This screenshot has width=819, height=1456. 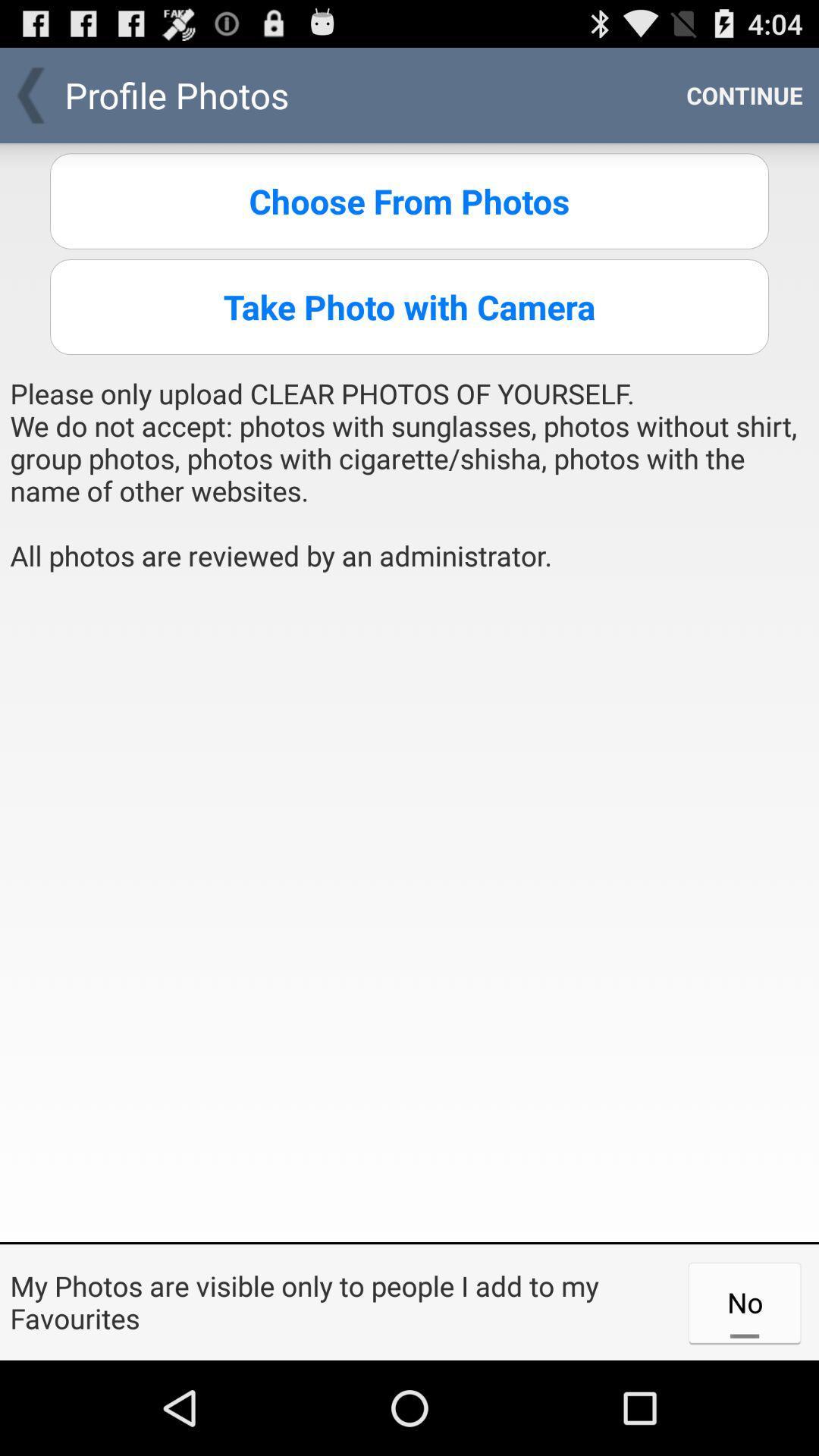 I want to click on the button above choose from photos item, so click(x=744, y=94).